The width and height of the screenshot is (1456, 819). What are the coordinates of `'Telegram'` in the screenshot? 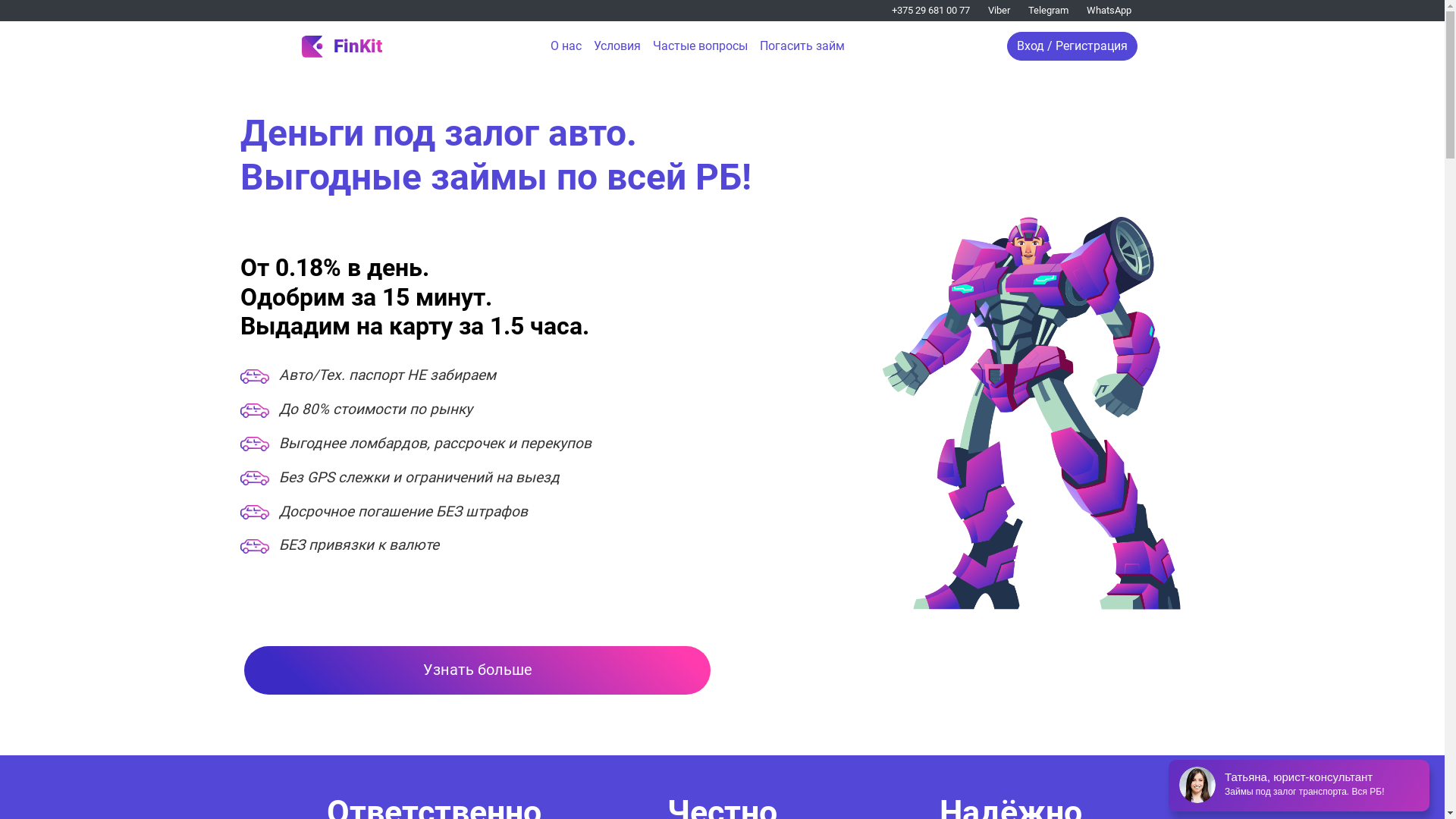 It's located at (1009, 11).